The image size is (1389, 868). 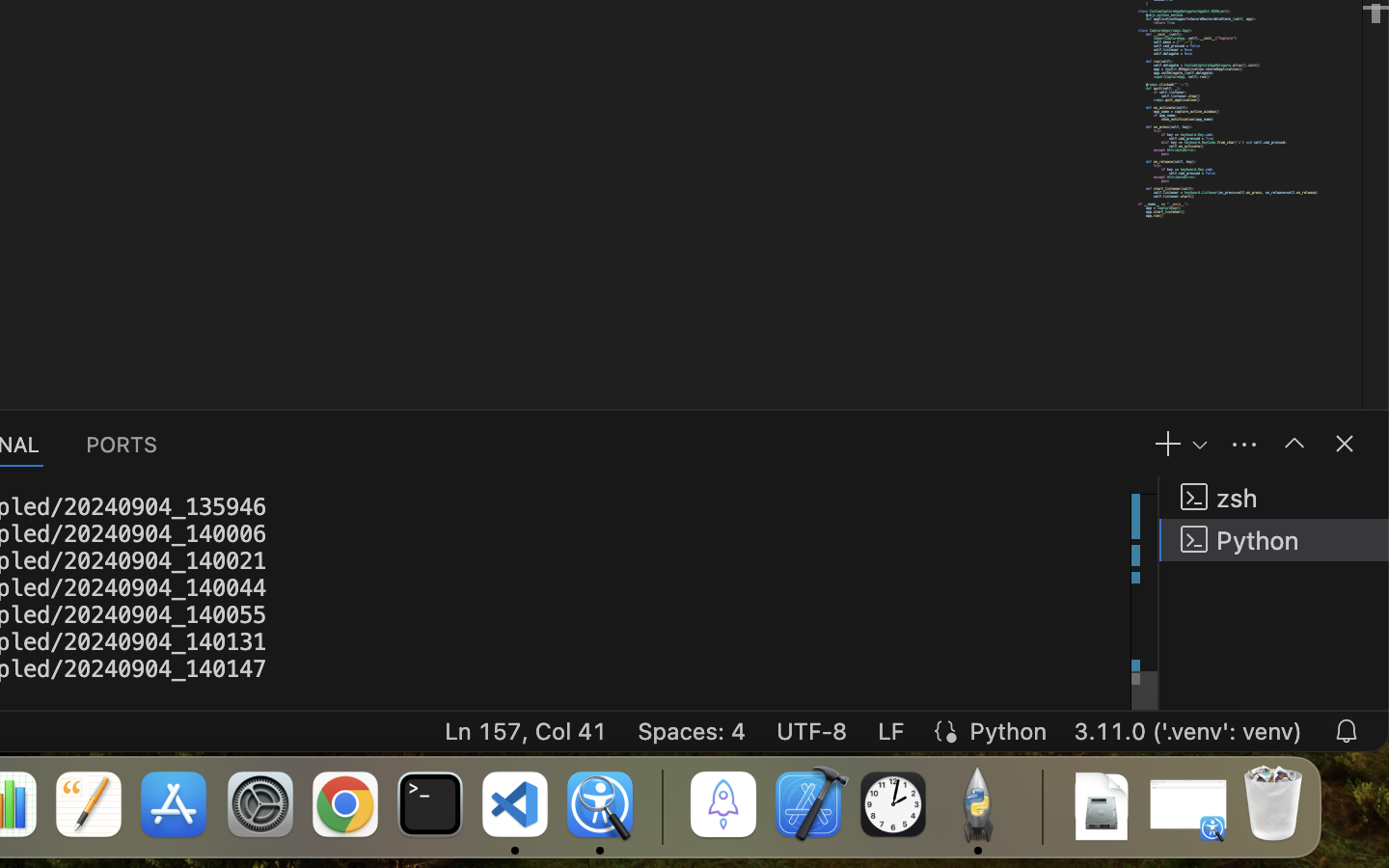 What do you see at coordinates (1273, 538) in the screenshot?
I see `'Python '` at bounding box center [1273, 538].